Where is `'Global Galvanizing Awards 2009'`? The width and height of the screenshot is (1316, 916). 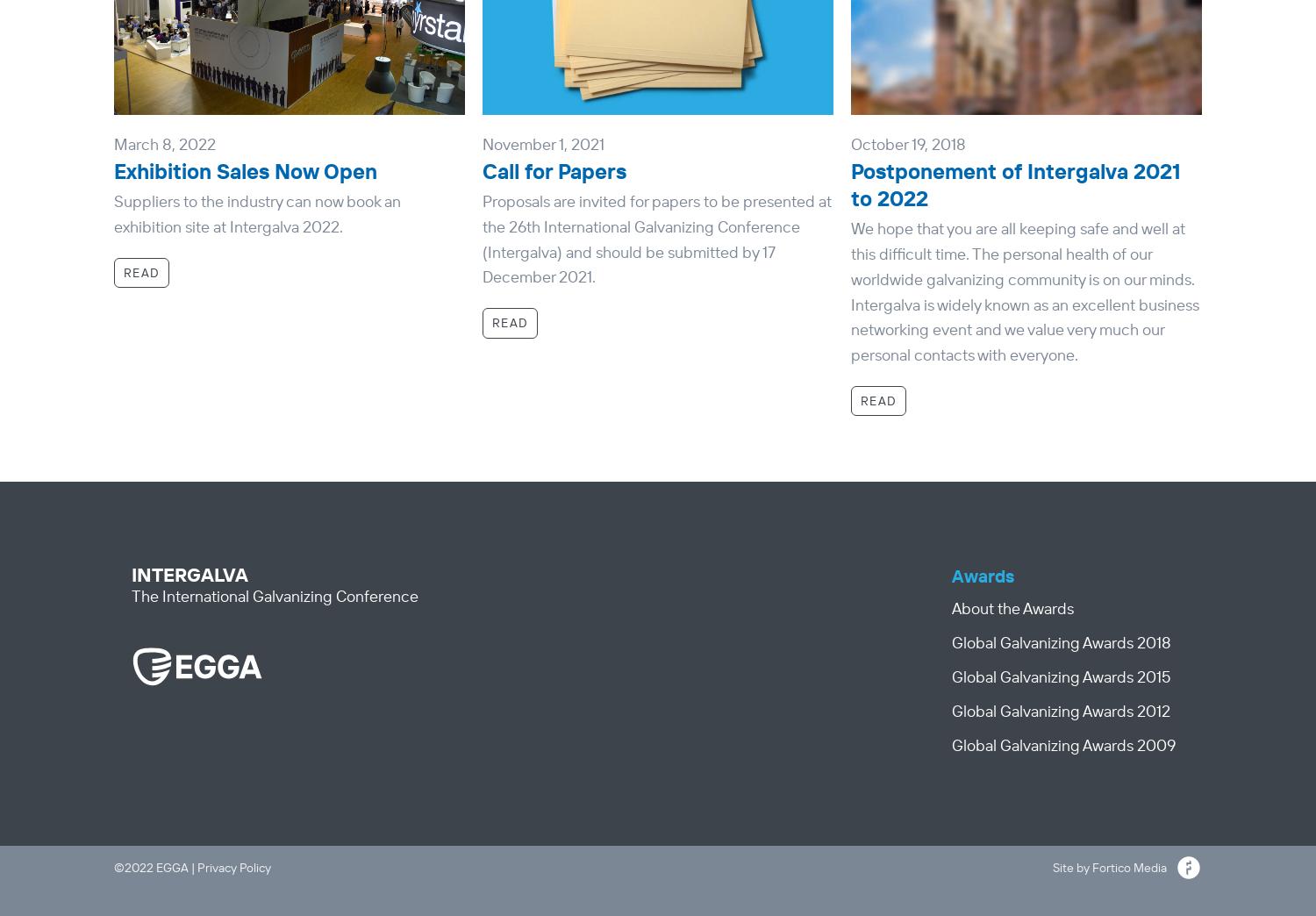
'Global Galvanizing Awards 2009' is located at coordinates (1062, 743).